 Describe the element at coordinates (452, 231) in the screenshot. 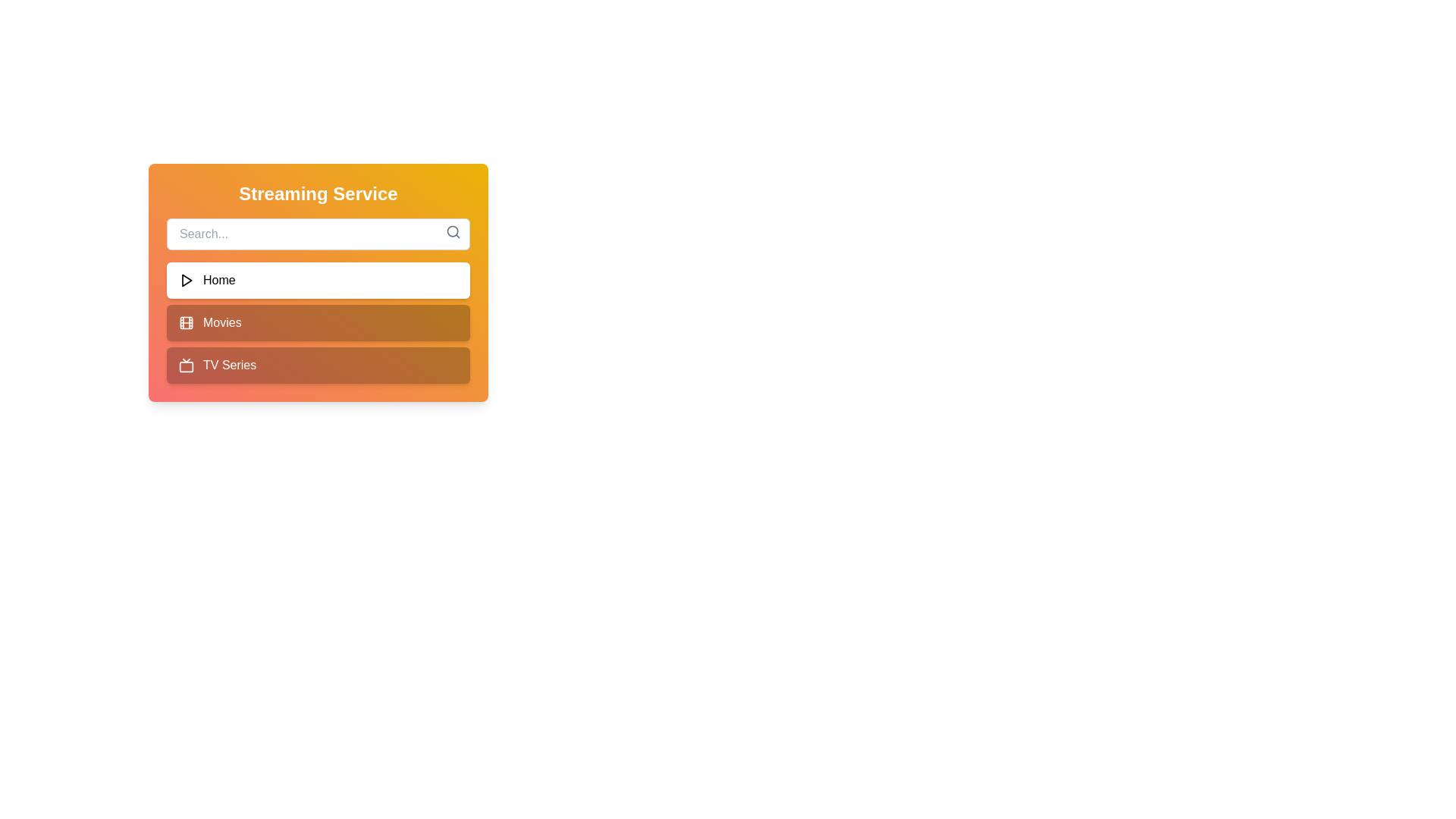

I see `the circular magnifying glass lens element located in the upper-right corner of the magnifying glass icon in the search field` at that location.